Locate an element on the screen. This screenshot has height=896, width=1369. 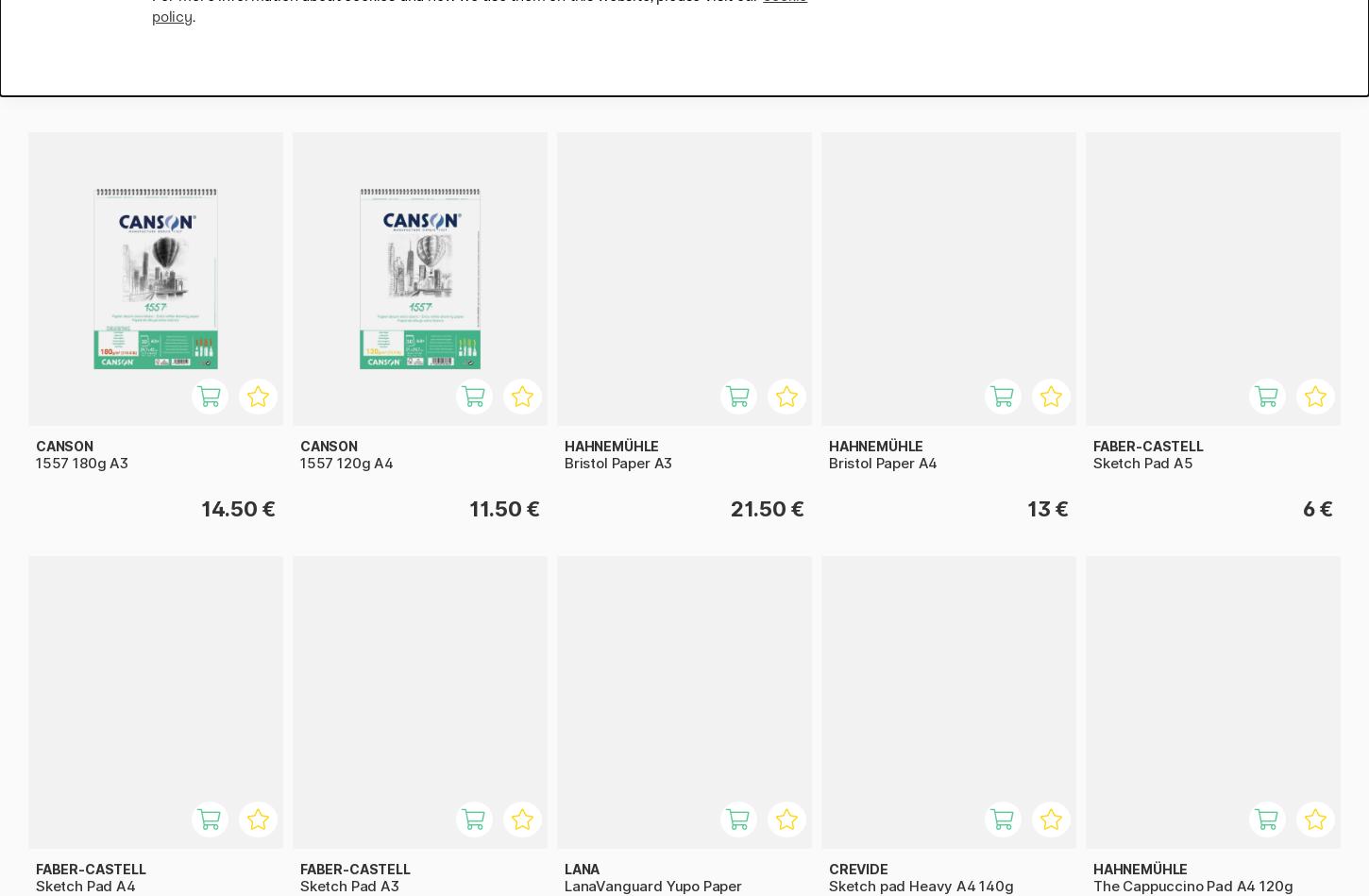
'Sketch pad Heavy A4 140g' is located at coordinates (921, 885).